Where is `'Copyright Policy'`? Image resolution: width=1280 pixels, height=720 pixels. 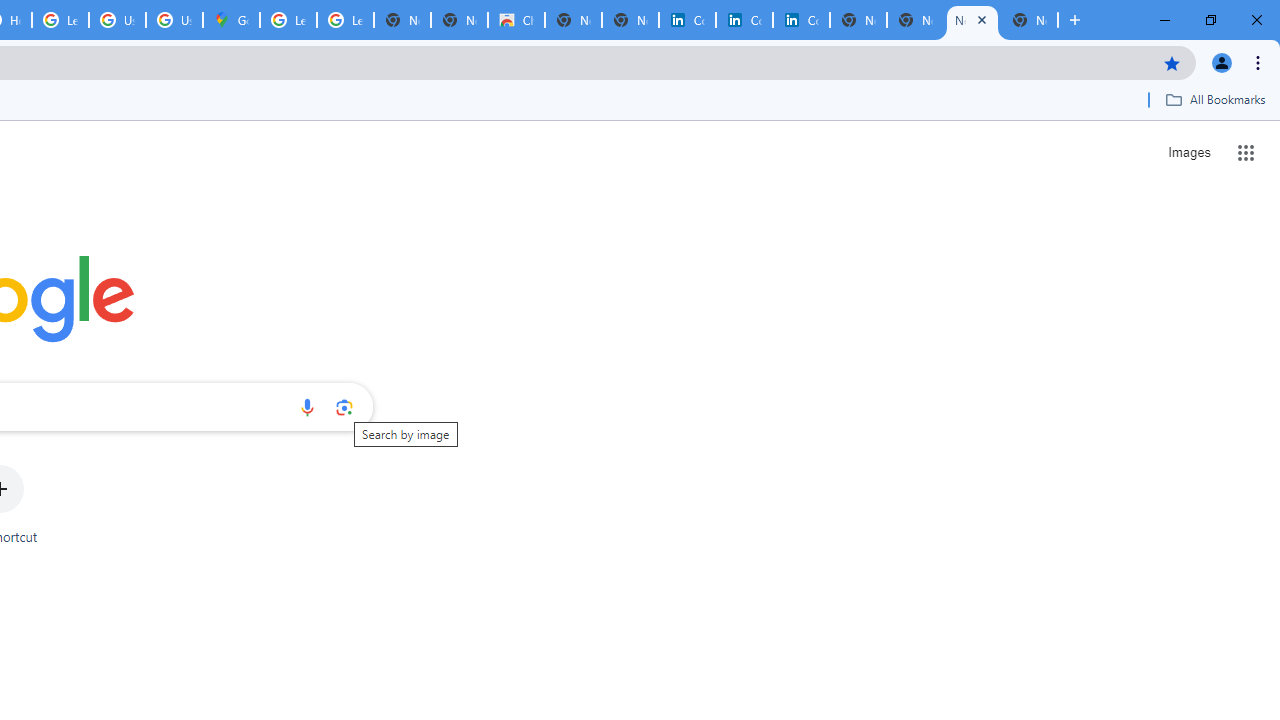
'Copyright Policy' is located at coordinates (801, 20).